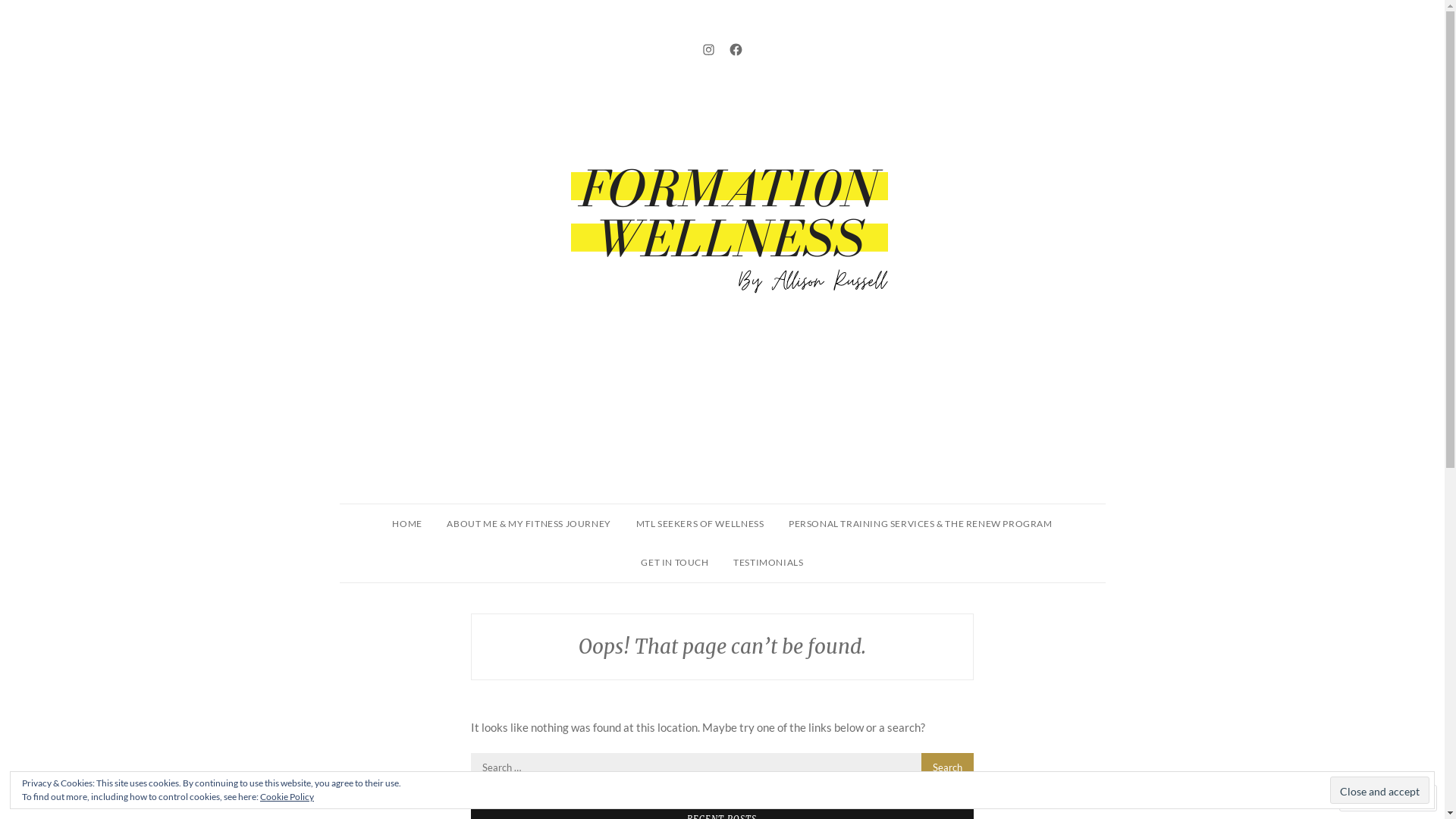  I want to click on 'Search', so click(946, 766).